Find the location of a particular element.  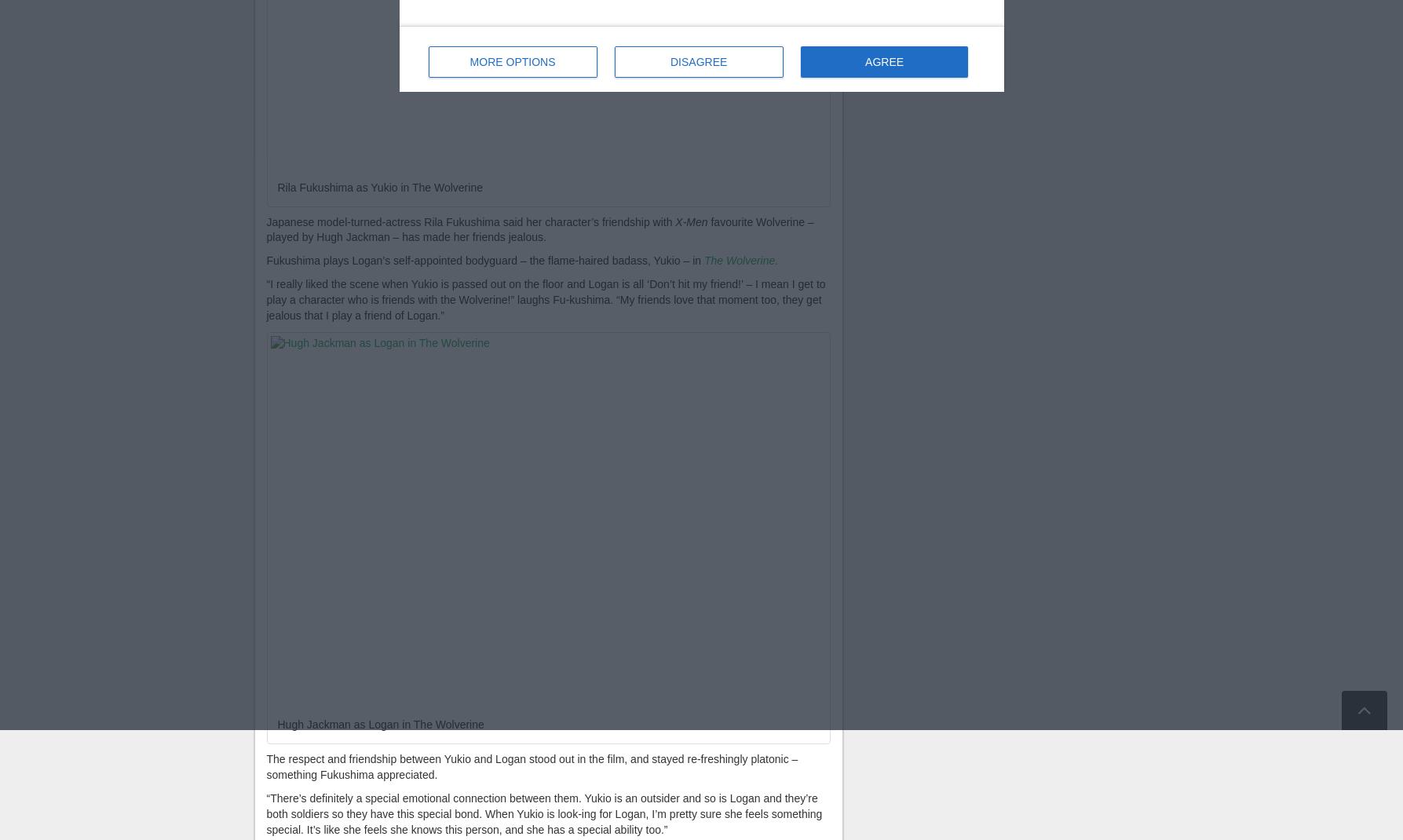

'“I really liked the scene when Yukio is passed out on the floor and Logan is all ‘Don’t hit my friend!’ – I mean I get to play a character who is friends with the Wolverine!” laughs Fu-kushima. “My friends love that moment too, they get jealous that I play a friend of Logan.”' is located at coordinates (544, 298).